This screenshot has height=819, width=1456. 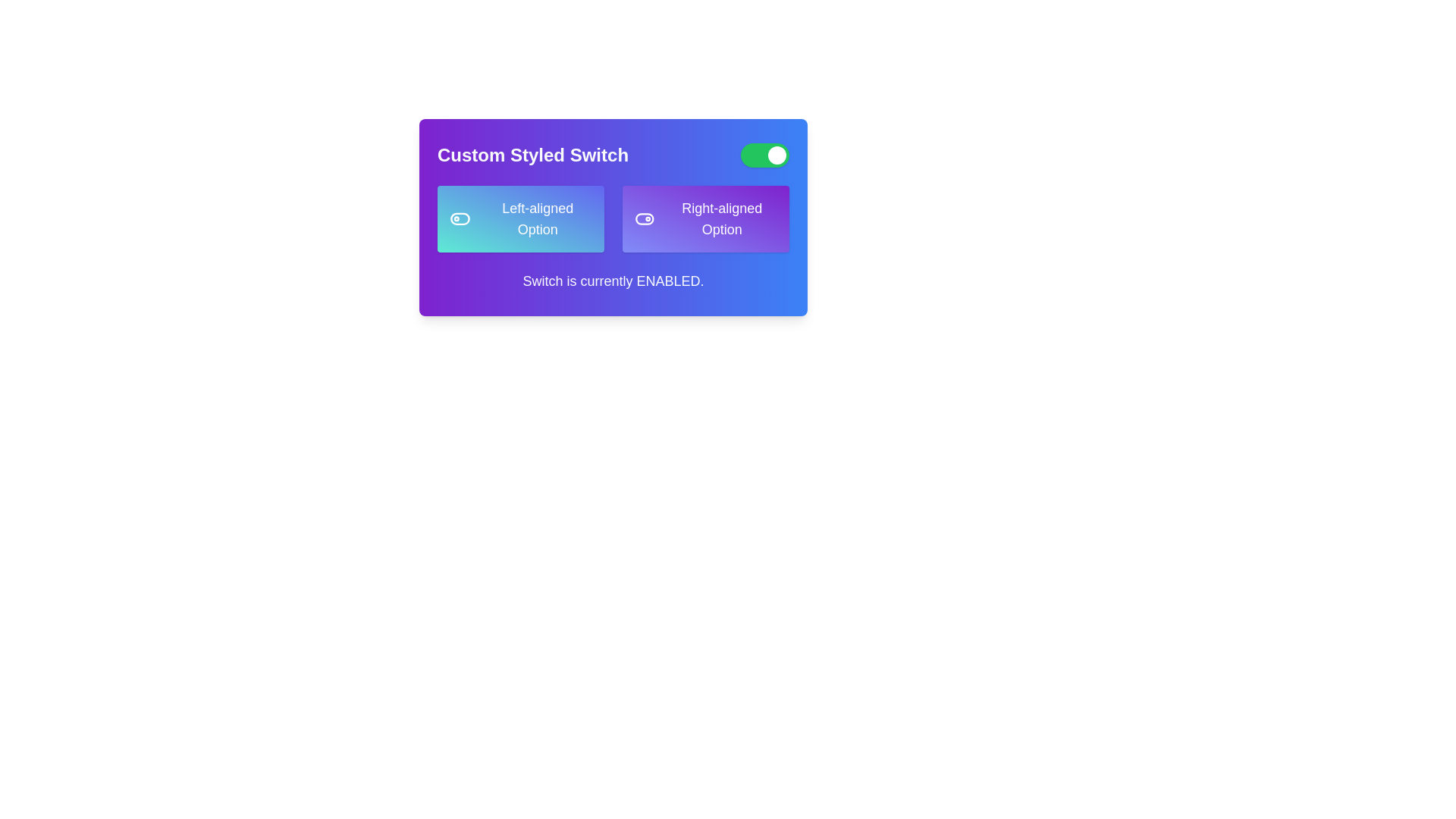 I want to click on the left-aligned label for the toggle switch selector, which is positioned leftmost adjacent to the toggle left icon, so click(x=538, y=219).